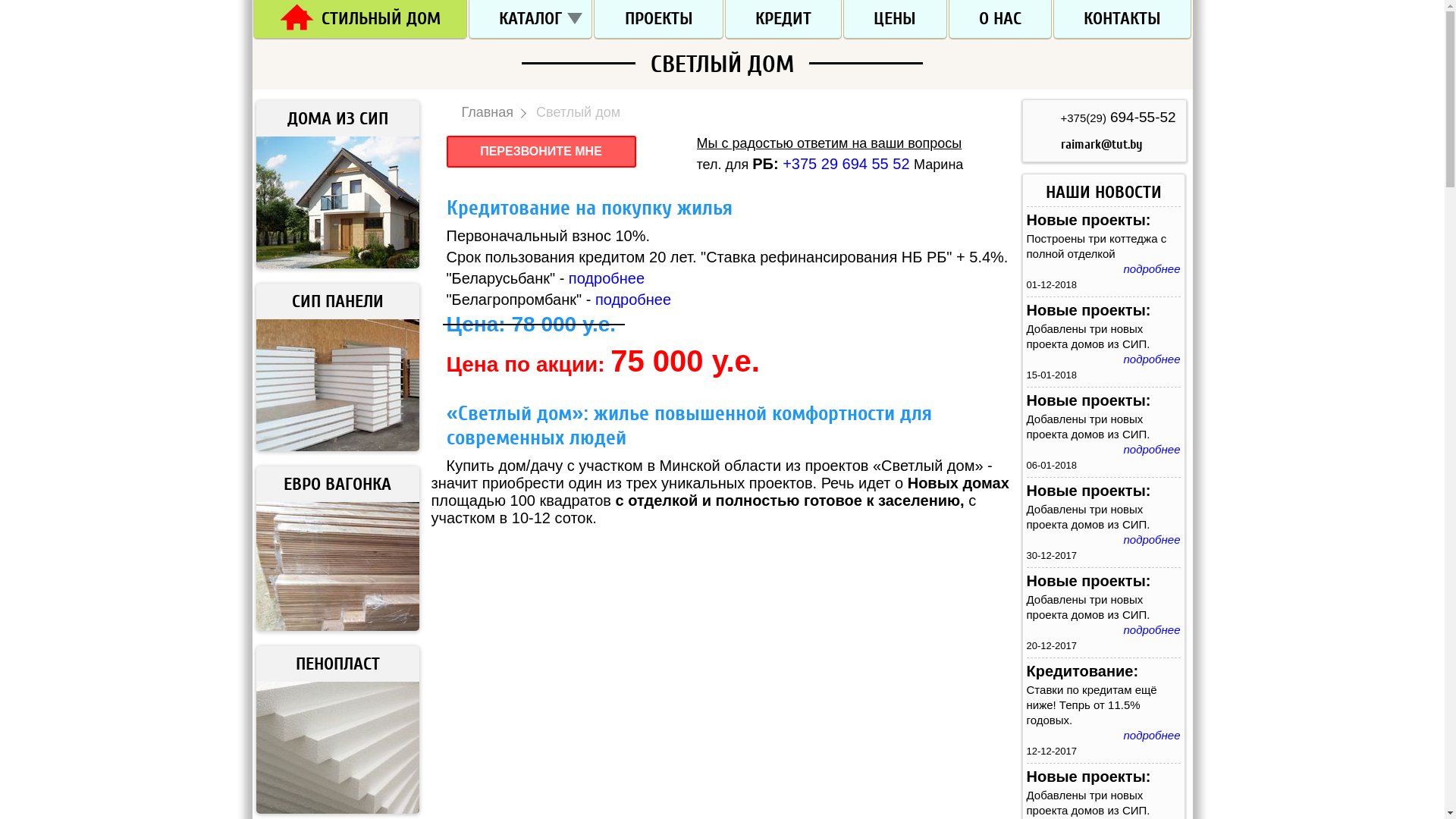 The image size is (1456, 819). What do you see at coordinates (1101, 144) in the screenshot?
I see `'raimark@tut.by'` at bounding box center [1101, 144].